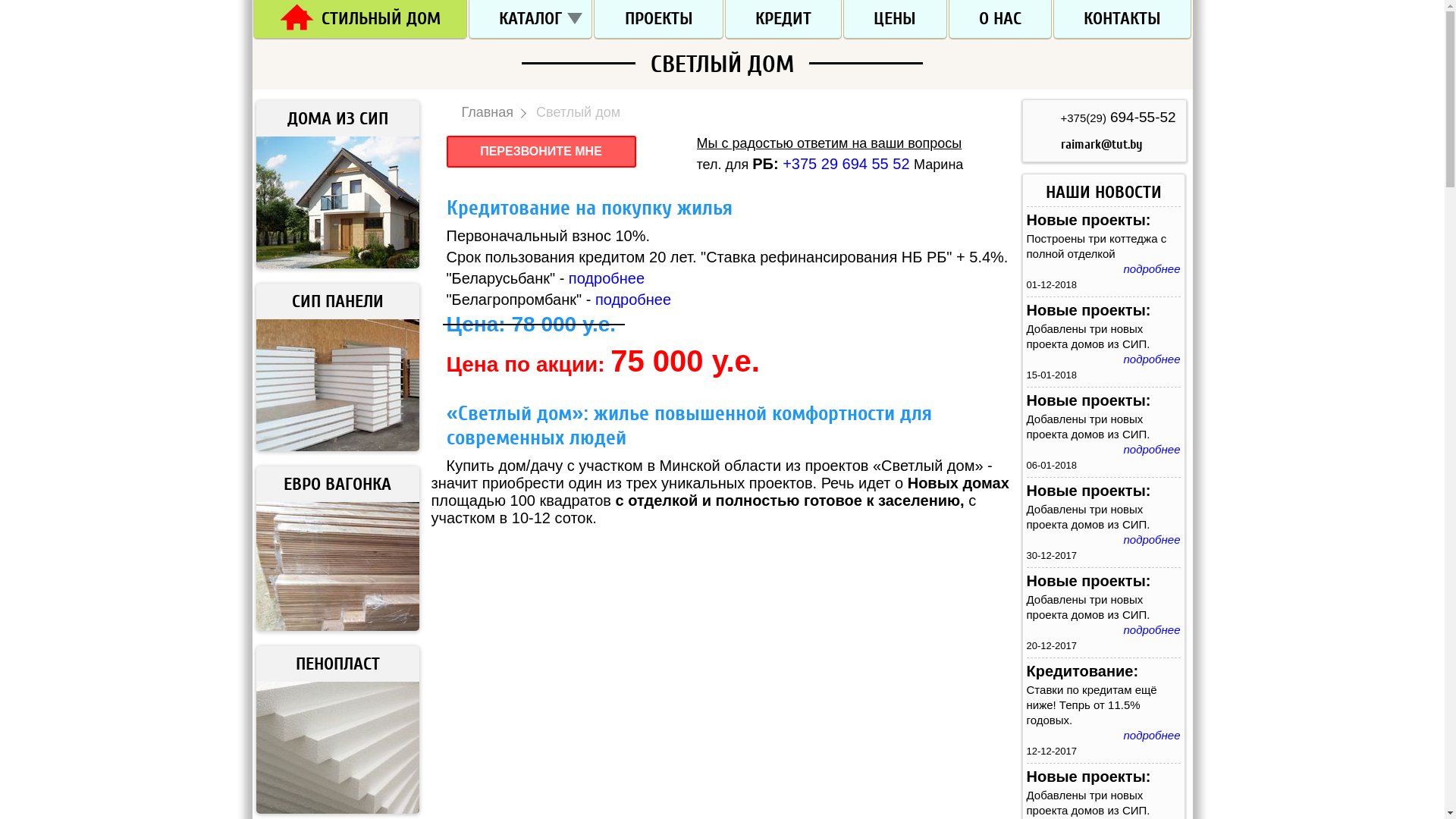 The image size is (1456, 819). What do you see at coordinates (1101, 144) in the screenshot?
I see `'raimark@tut.by'` at bounding box center [1101, 144].